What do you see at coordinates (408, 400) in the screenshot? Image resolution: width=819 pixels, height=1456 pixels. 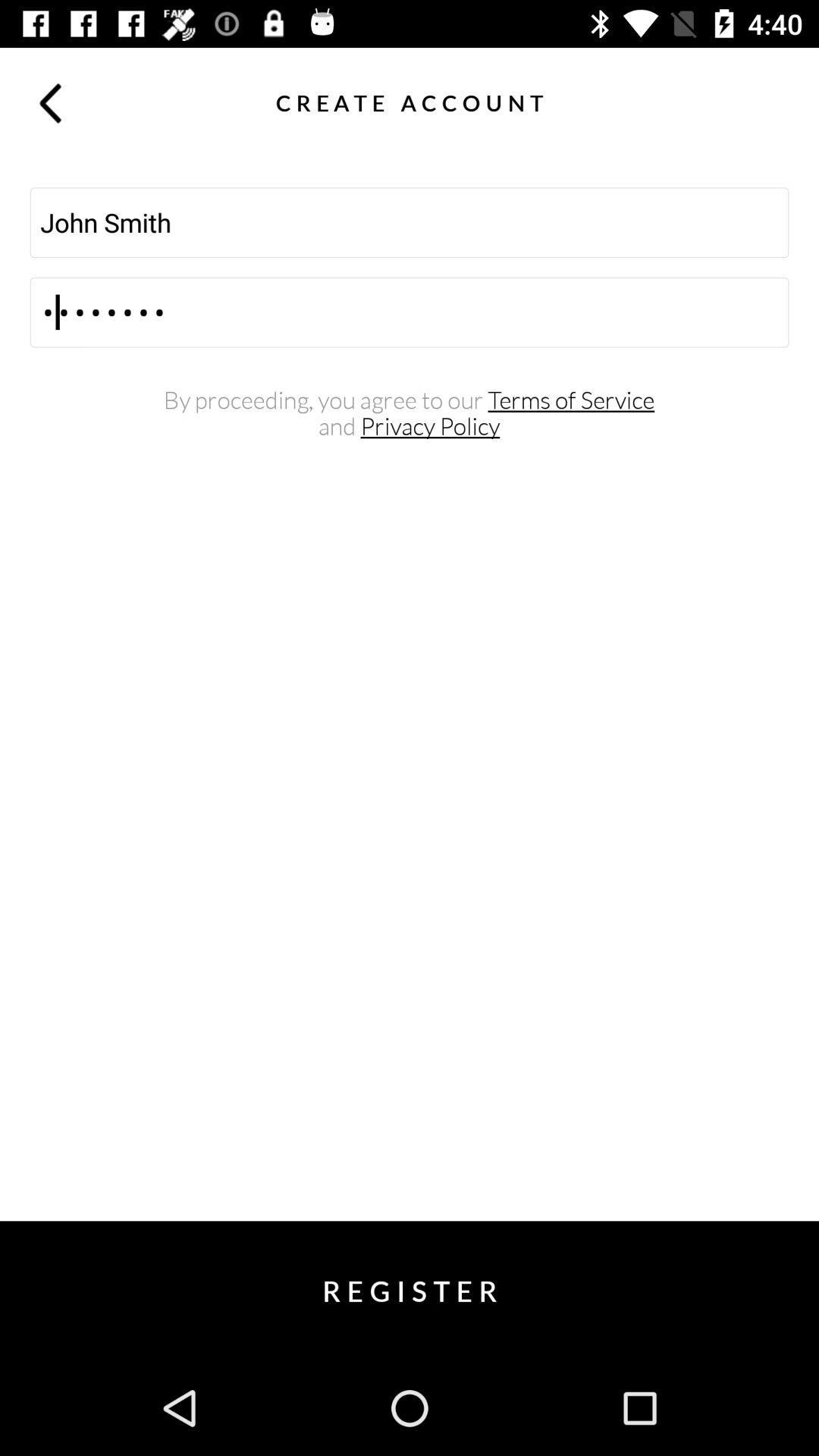 I see `the item below the crod3116 item` at bounding box center [408, 400].